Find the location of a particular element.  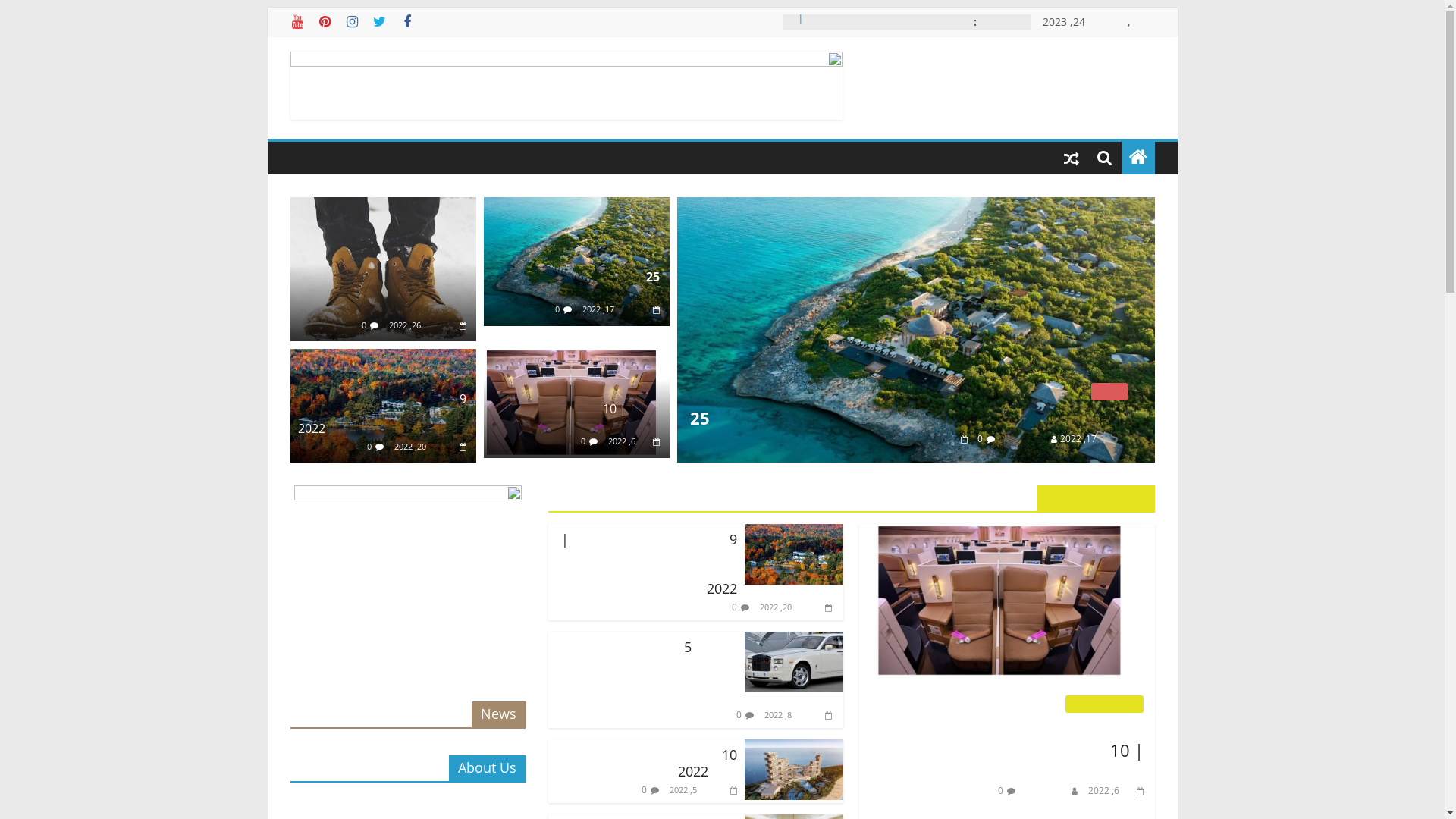

'0' is located at coordinates (364, 324).